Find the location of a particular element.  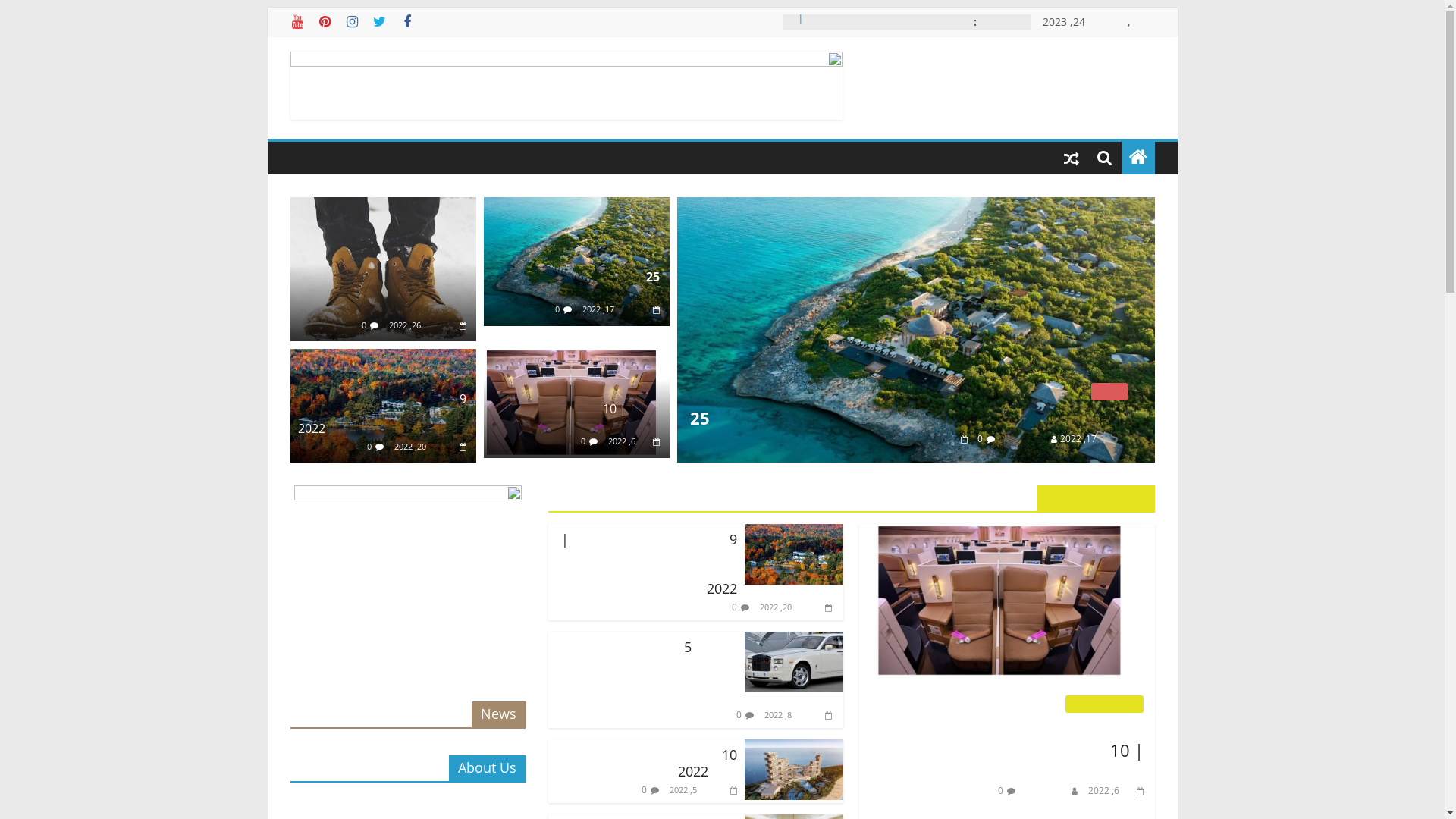

'0' is located at coordinates (364, 324).